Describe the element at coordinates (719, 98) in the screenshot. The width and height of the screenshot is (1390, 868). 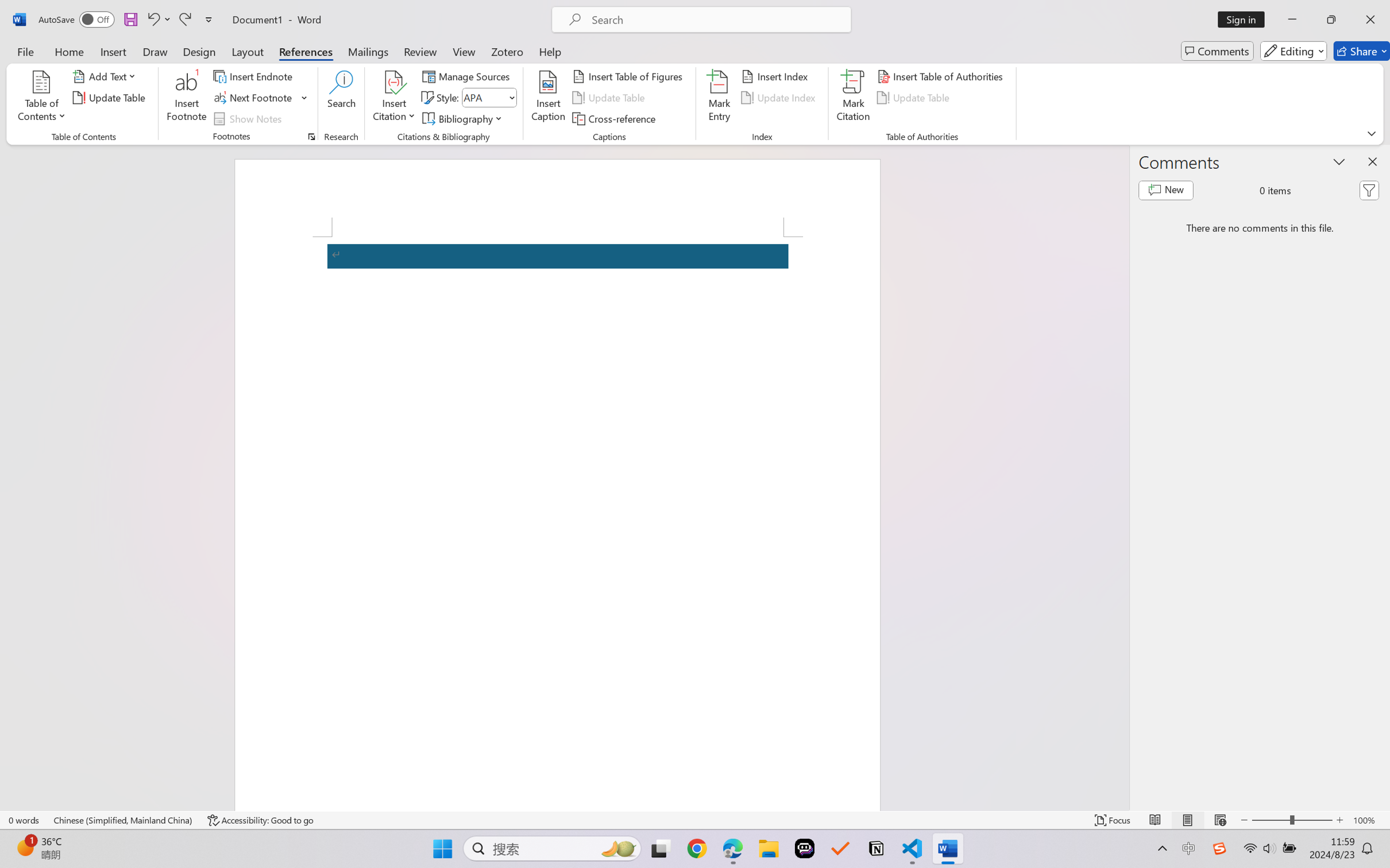
I see `'Mark Entry...'` at that location.